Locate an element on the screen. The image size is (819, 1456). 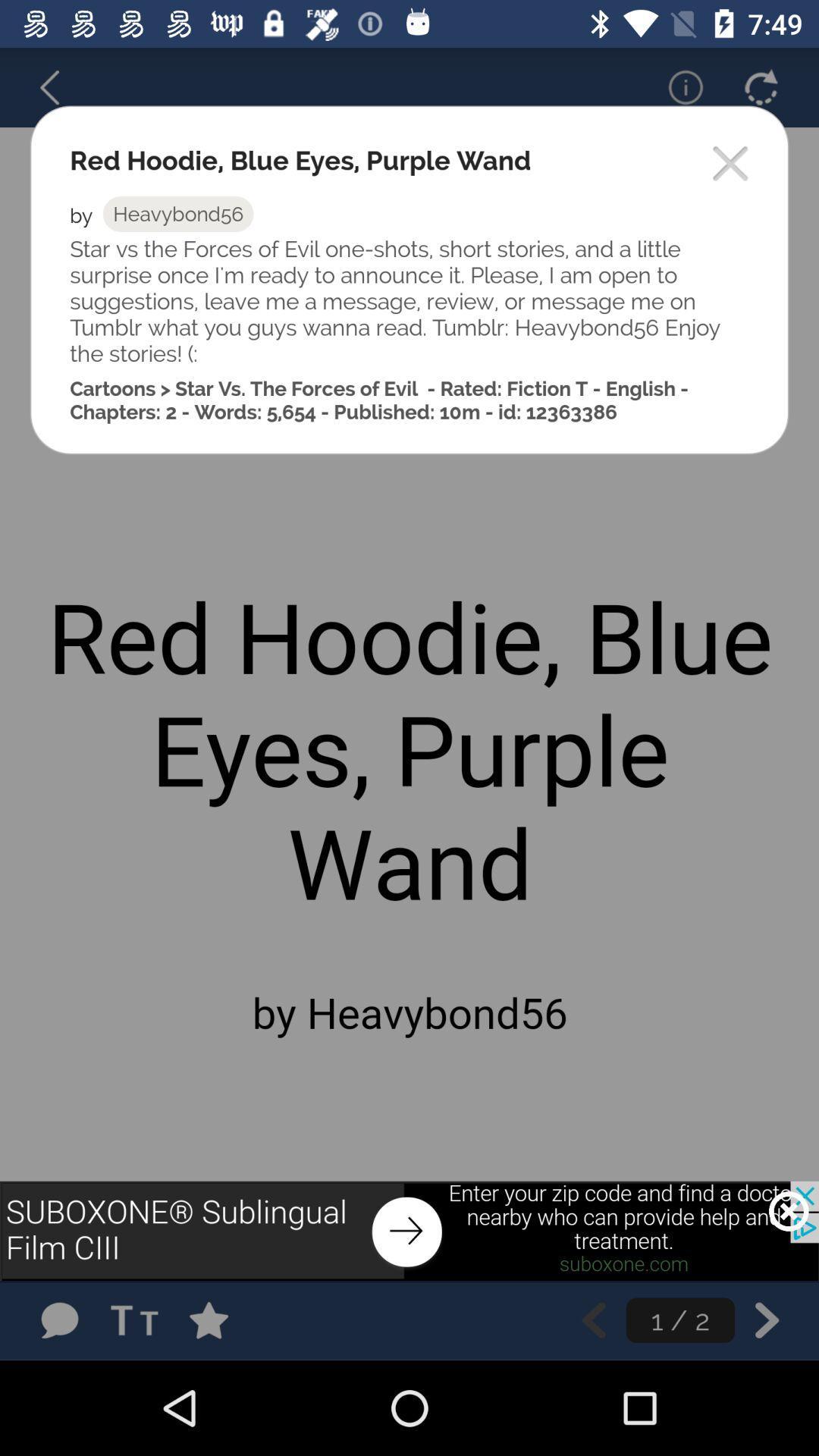
the info icon is located at coordinates (675, 86).